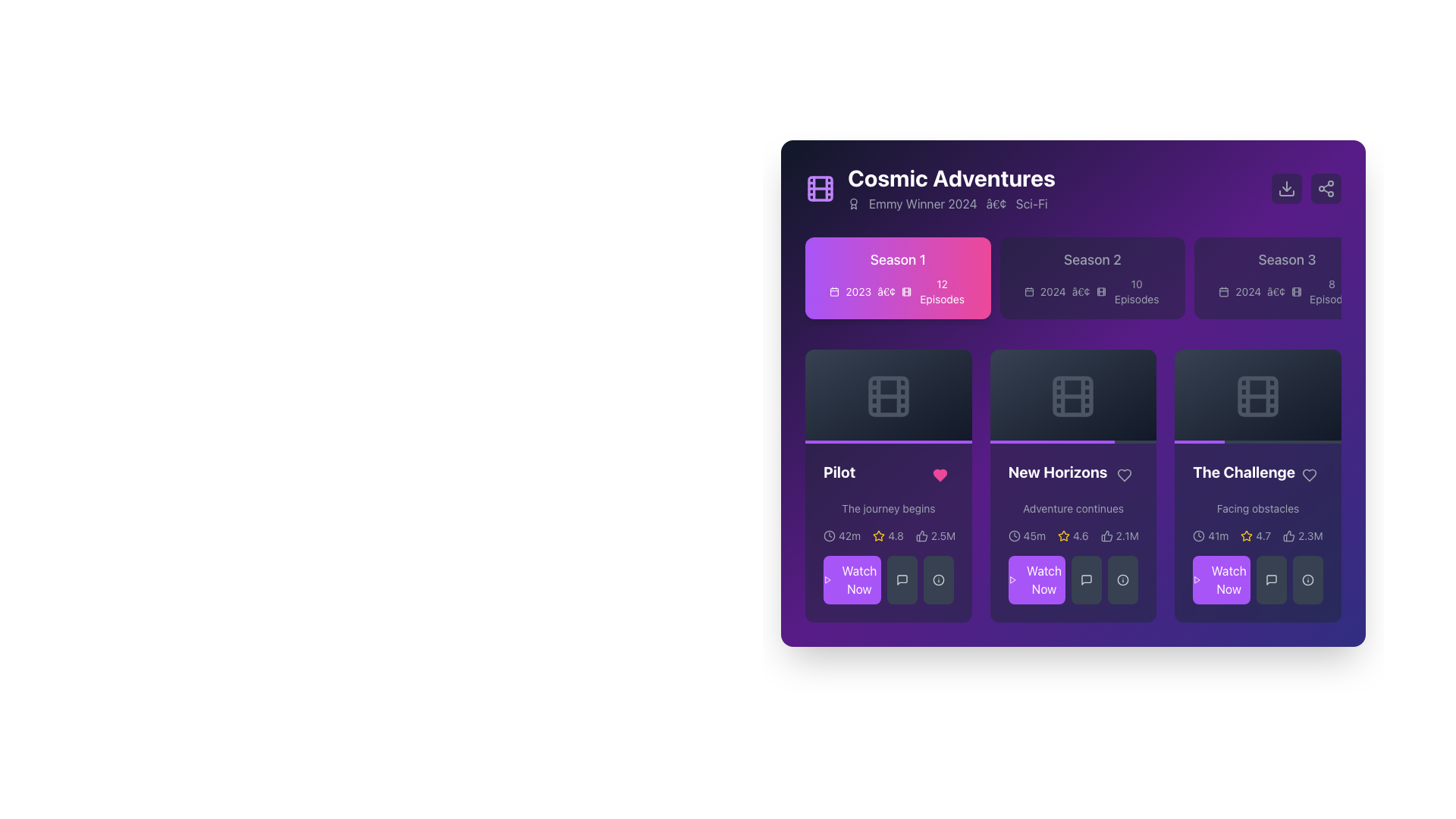 This screenshot has width=1456, height=819. I want to click on the heart icon representing the 'like' action within the 'Pilot' card, so click(1125, 474).